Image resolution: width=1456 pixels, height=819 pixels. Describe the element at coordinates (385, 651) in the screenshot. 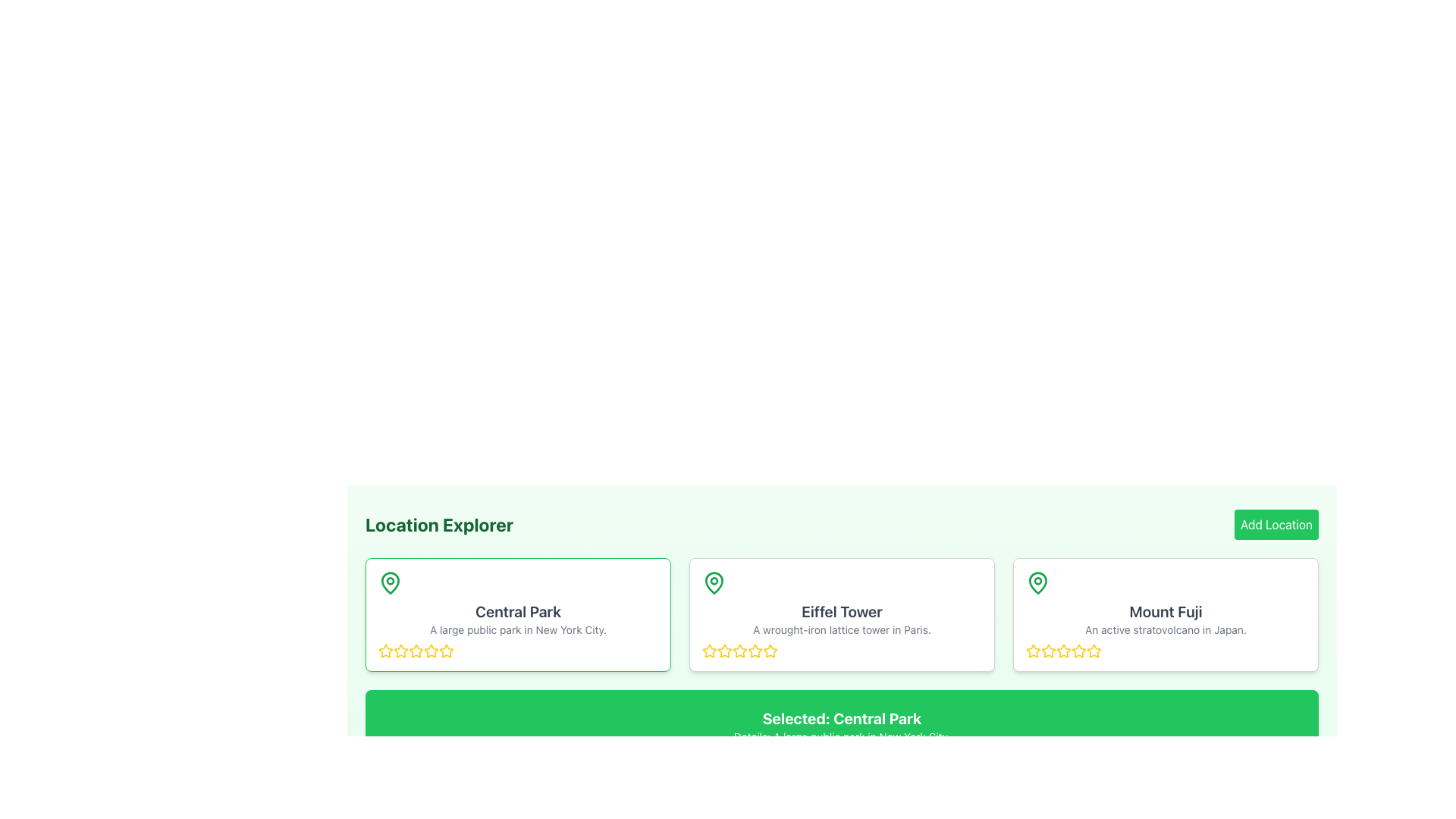

I see `the first star icon in the rating system located under the 'Central Park' card's description in the 'Location Explorer' section` at that location.